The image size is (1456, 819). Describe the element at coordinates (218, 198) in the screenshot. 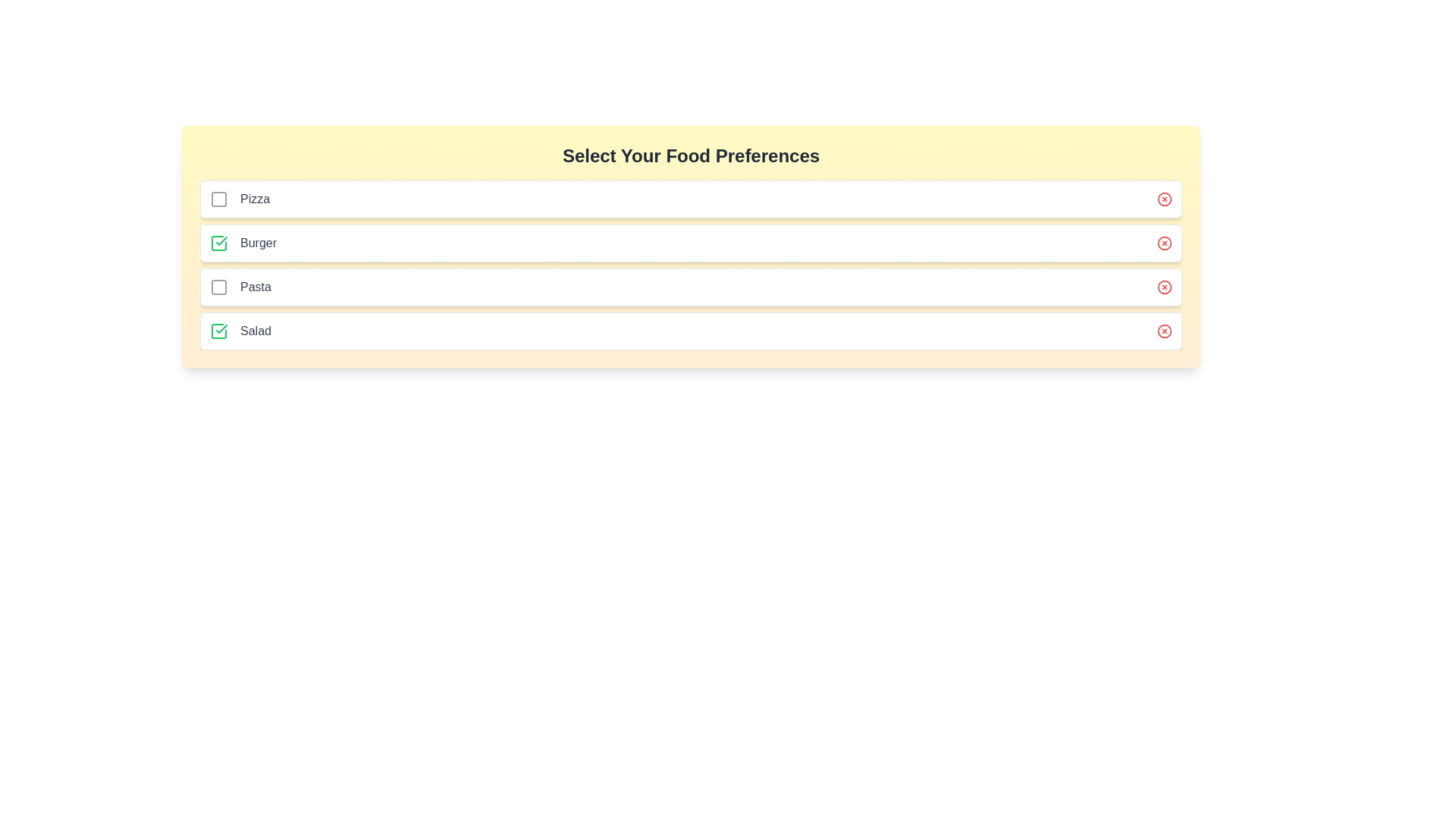

I see `the interactive checkbox representing the 'Pizza' preference` at that location.